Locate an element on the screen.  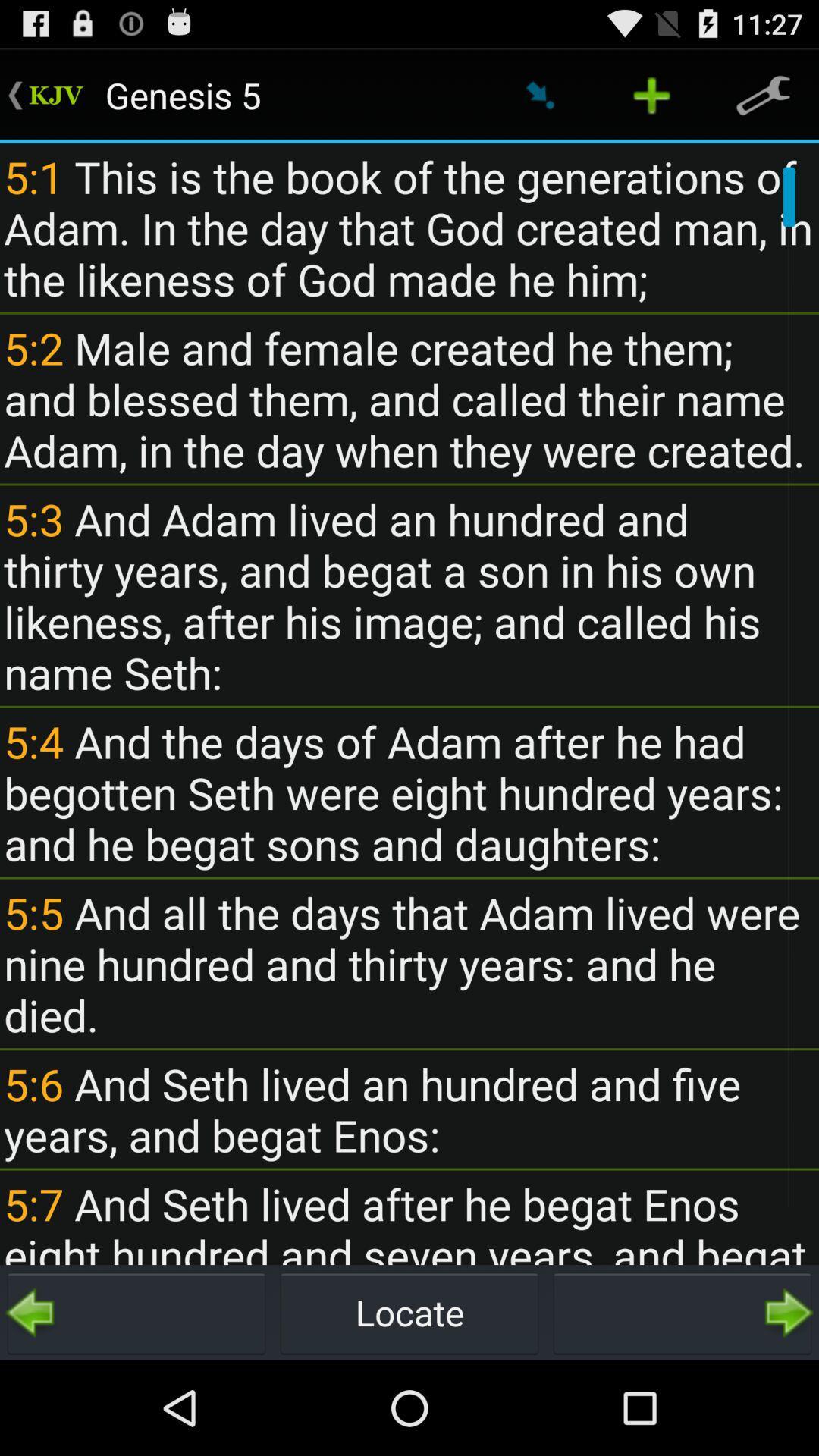
app below the 5 7 and item is located at coordinates (136, 1312).